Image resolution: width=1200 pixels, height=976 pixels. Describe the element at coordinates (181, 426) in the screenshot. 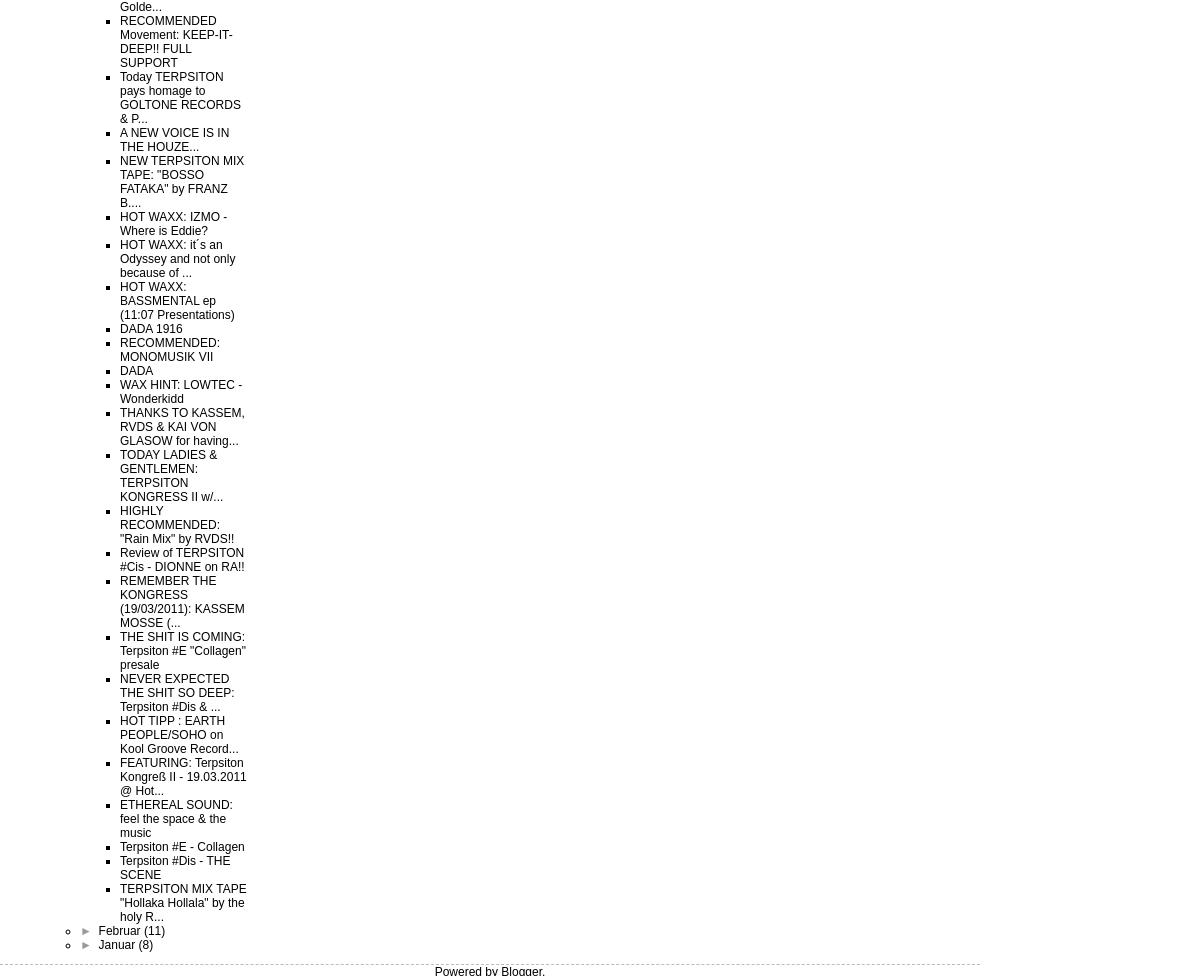

I see `'THANKS TO KASSEM, RVDS & KAI VON GLASOW for having...'` at that location.